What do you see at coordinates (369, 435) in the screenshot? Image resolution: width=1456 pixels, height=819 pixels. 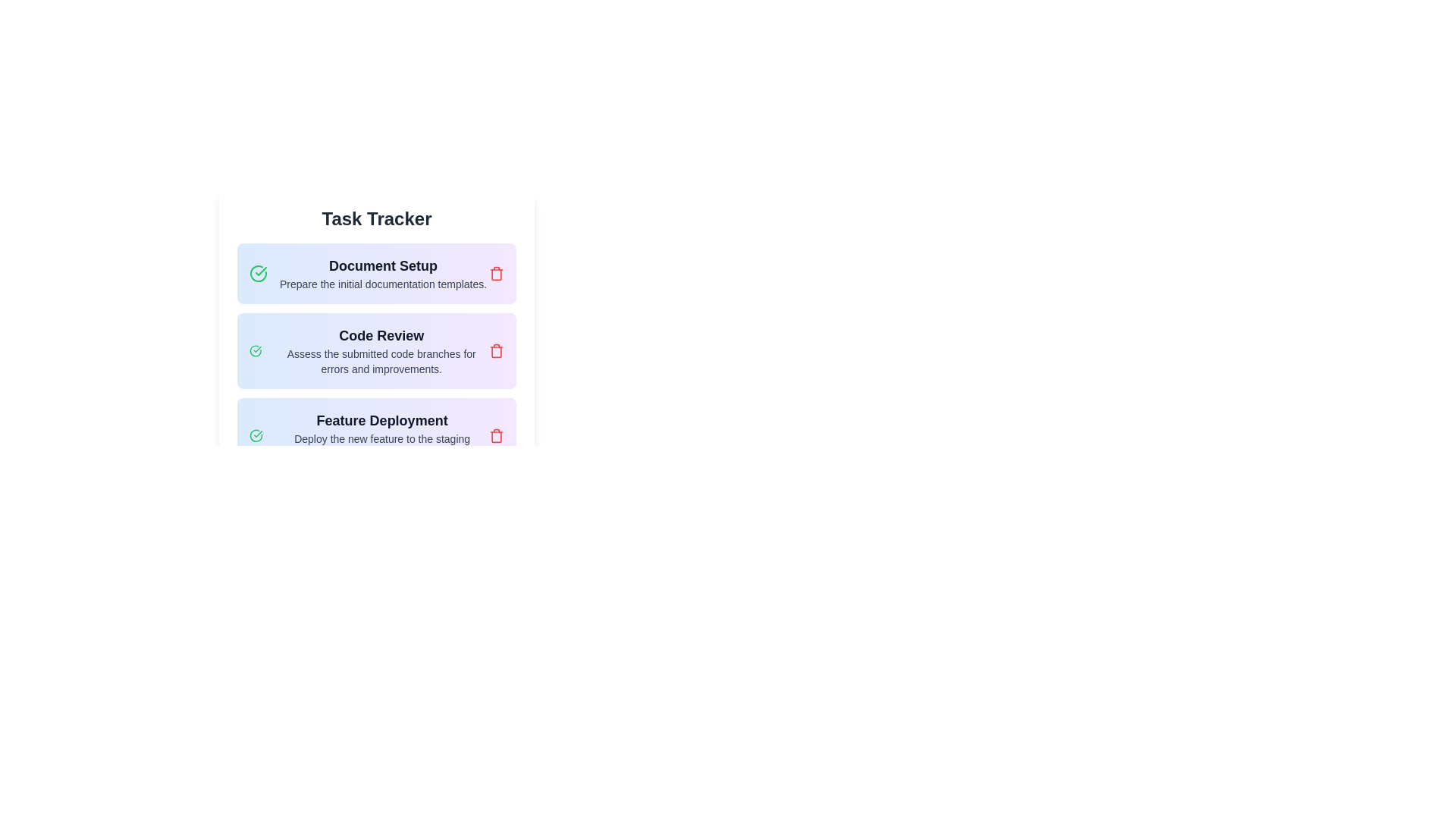 I see `the third task item in the 'Task Tracker' list, which is located below the 'Code Review' task` at bounding box center [369, 435].